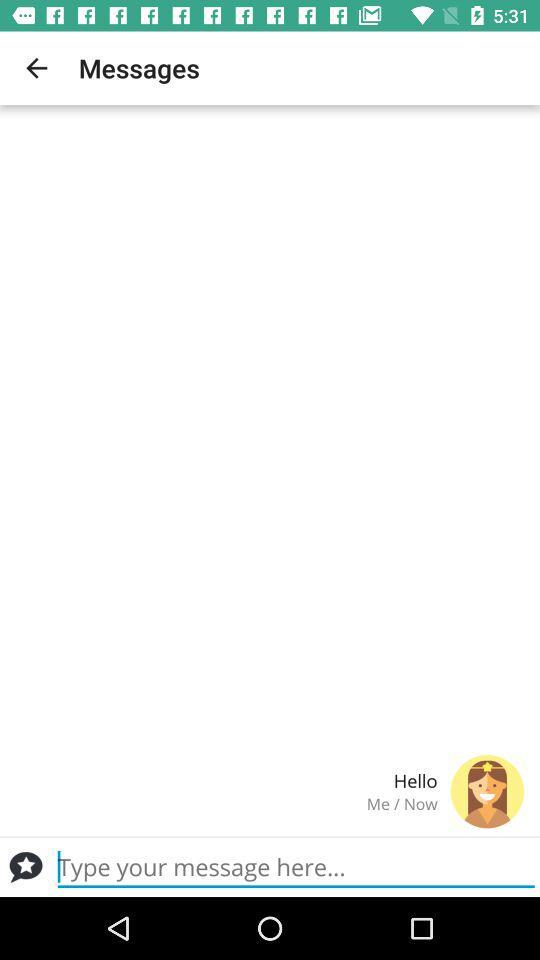 Image resolution: width=540 pixels, height=960 pixels. I want to click on the chat icon, so click(25, 866).